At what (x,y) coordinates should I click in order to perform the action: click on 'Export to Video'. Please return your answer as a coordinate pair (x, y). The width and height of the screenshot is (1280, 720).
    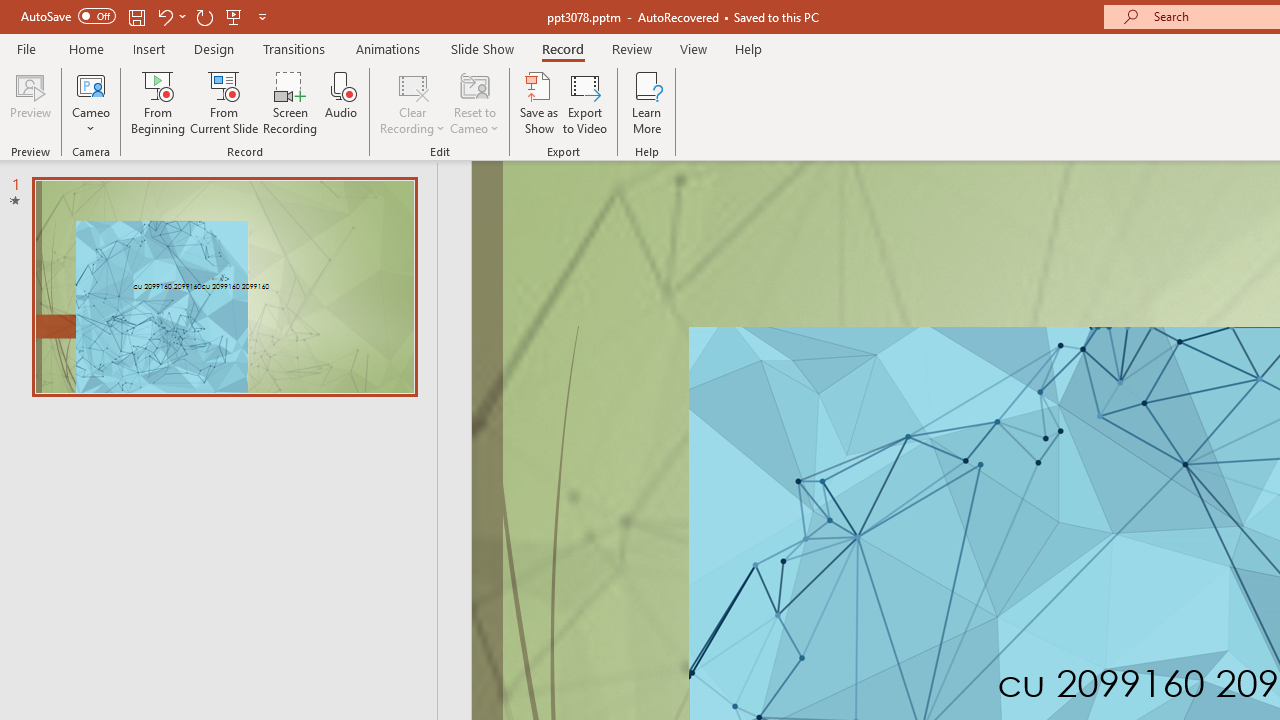
    Looking at the image, I should click on (584, 103).